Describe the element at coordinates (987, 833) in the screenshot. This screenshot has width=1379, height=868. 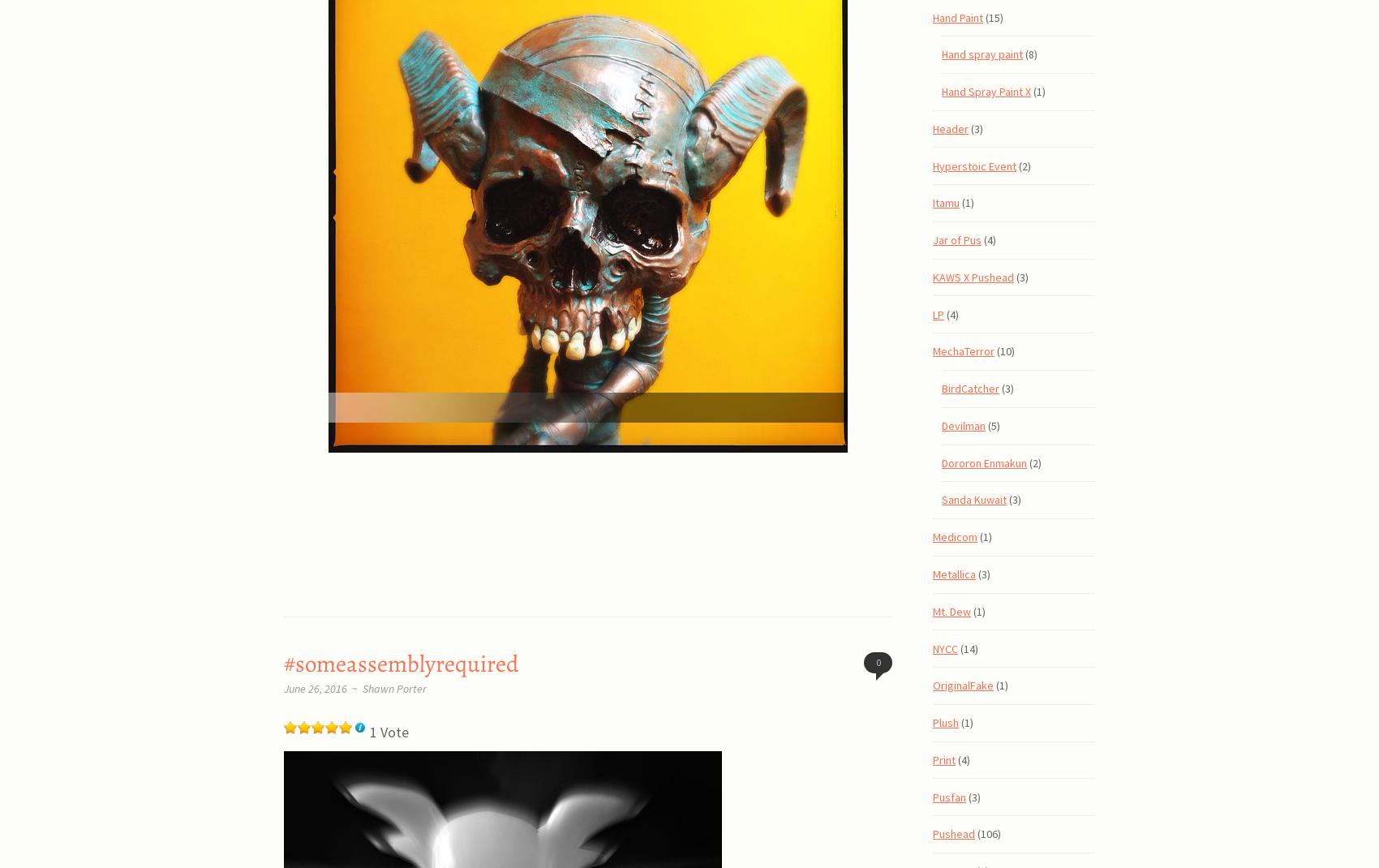
I see `'(106)'` at that location.